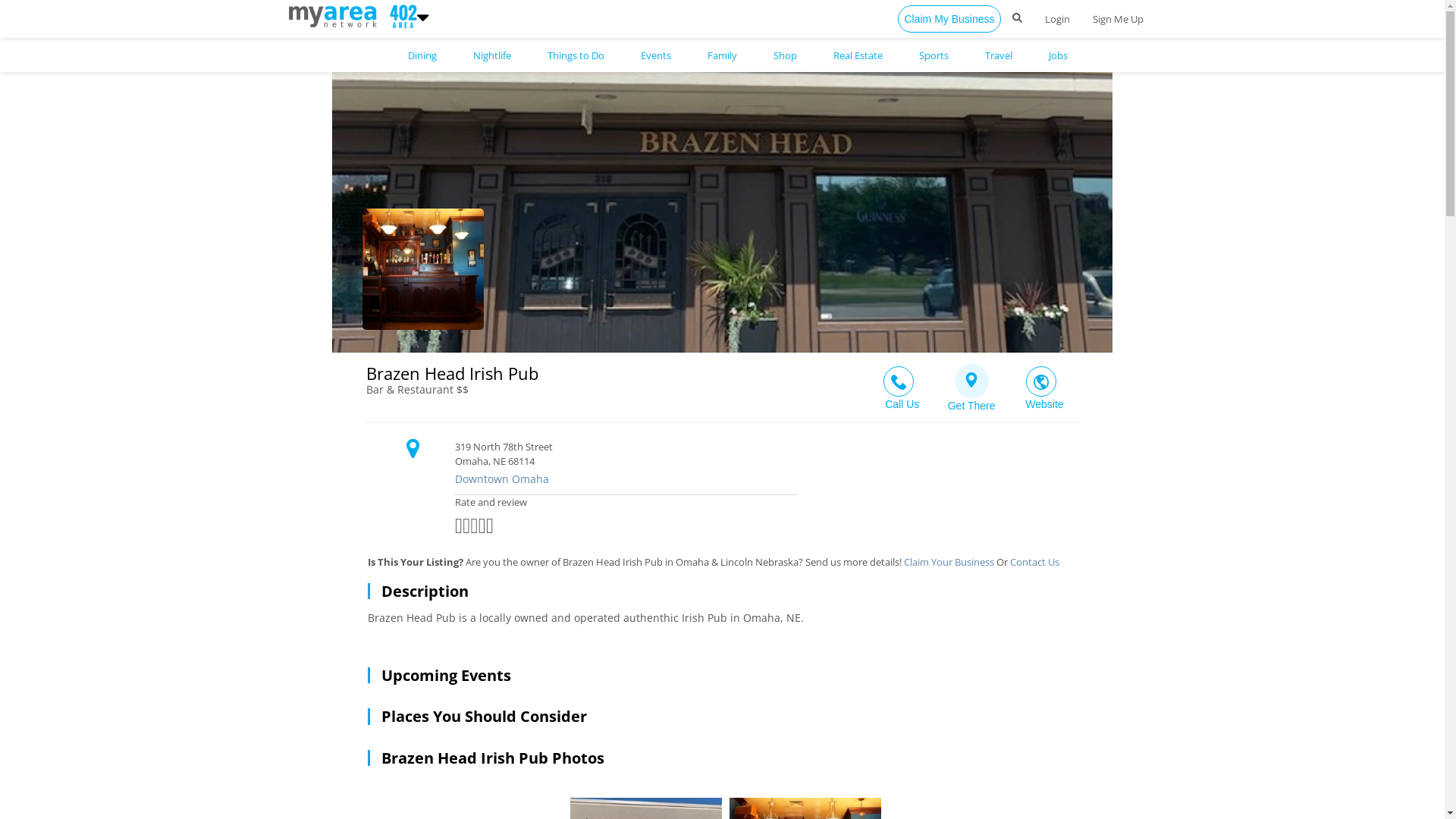 The width and height of the screenshot is (1456, 819). What do you see at coordinates (720, 55) in the screenshot?
I see `'Family'` at bounding box center [720, 55].